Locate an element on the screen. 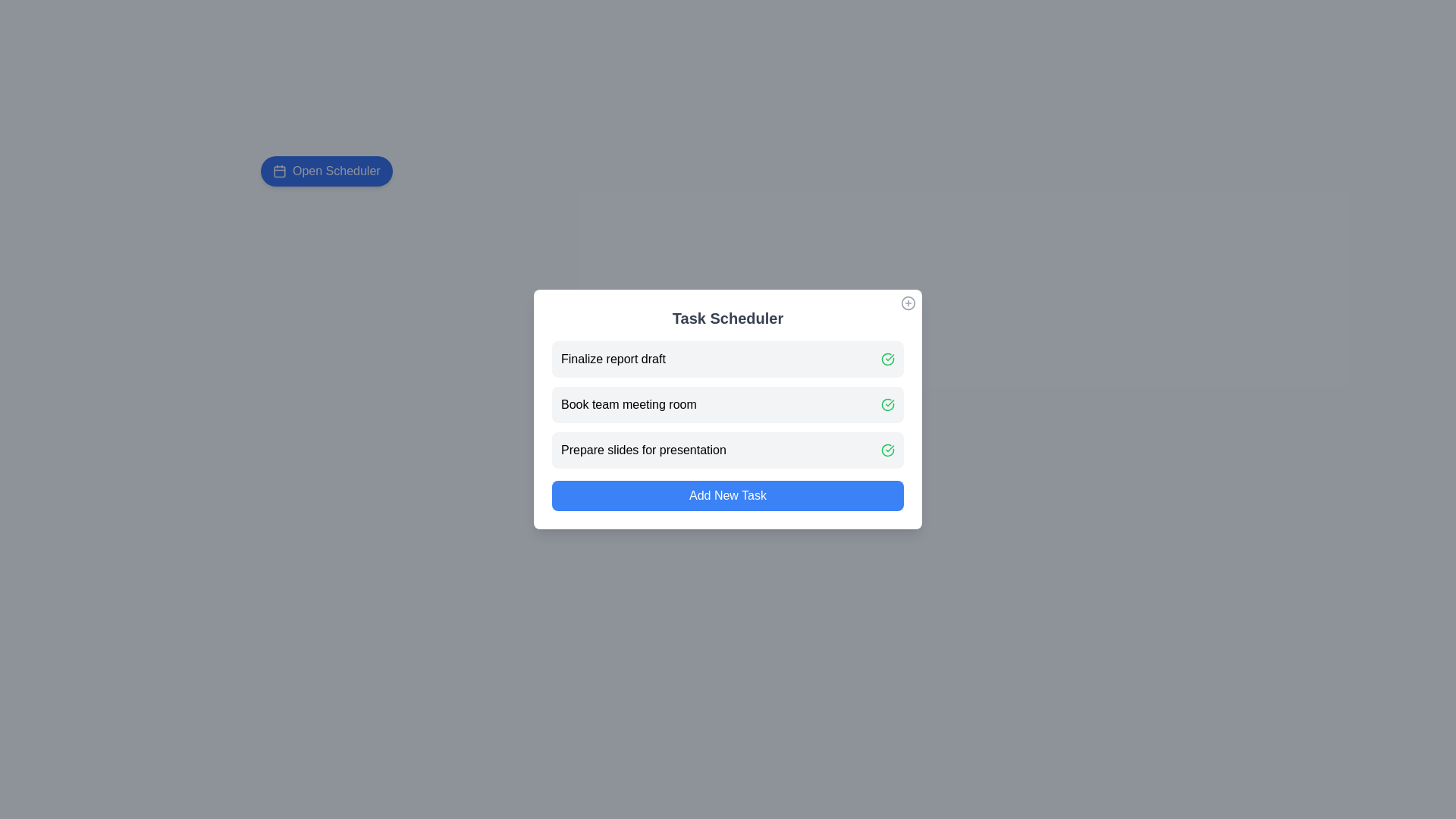  the static text label reading 'Finalize report draft' that is located at the top of the list inside the 'Task Scheduler' card is located at coordinates (613, 359).